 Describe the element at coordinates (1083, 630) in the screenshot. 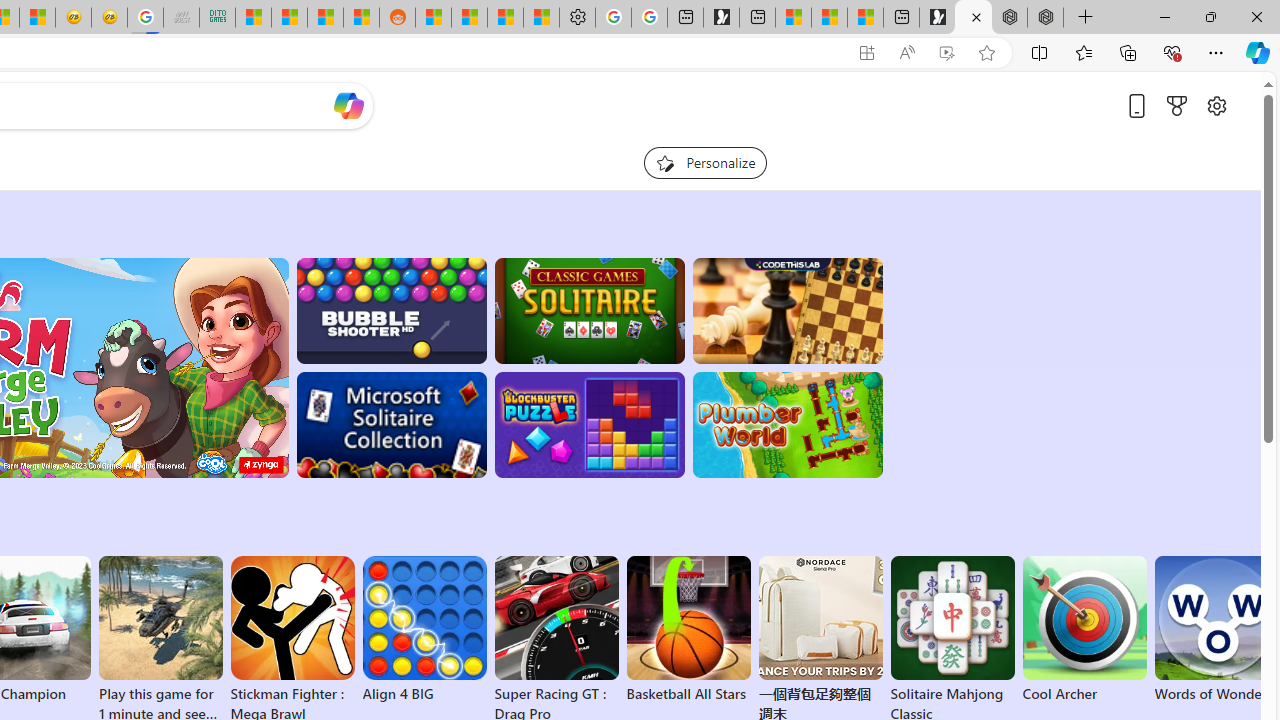

I see `'Cool Archer'` at that location.